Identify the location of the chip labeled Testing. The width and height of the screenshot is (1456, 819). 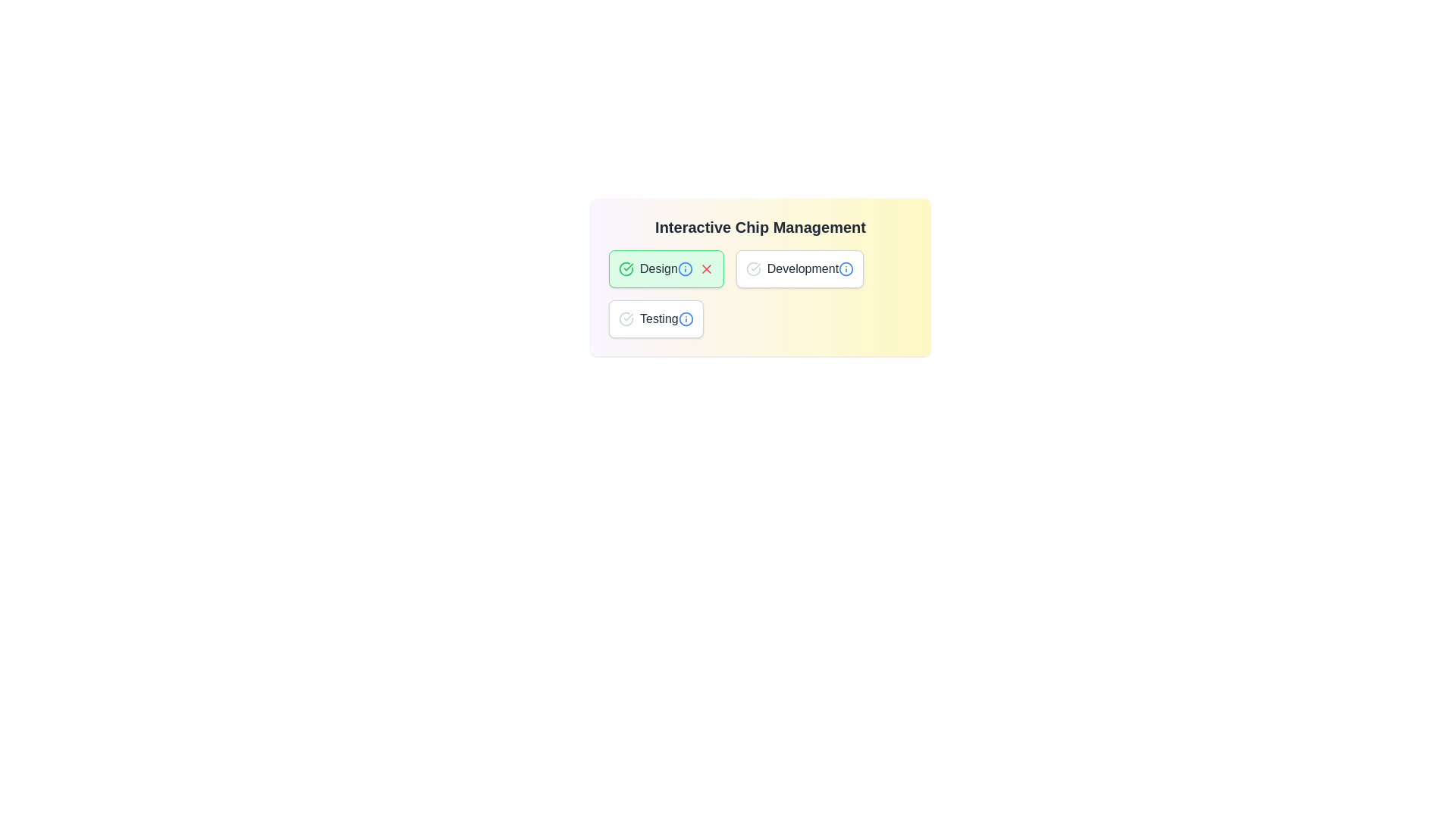
(656, 318).